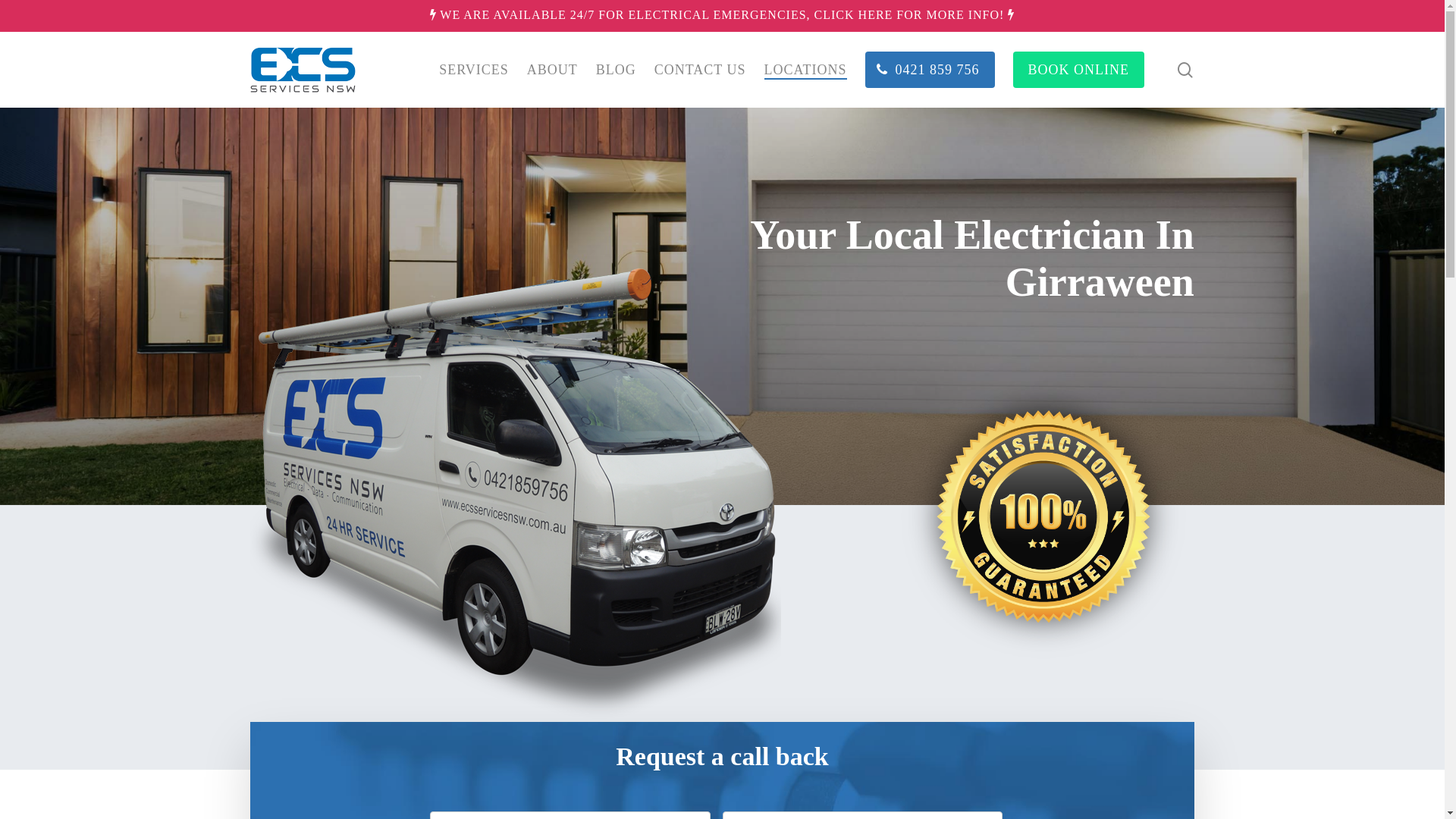 The width and height of the screenshot is (1456, 819). I want to click on 'search', so click(1185, 70).